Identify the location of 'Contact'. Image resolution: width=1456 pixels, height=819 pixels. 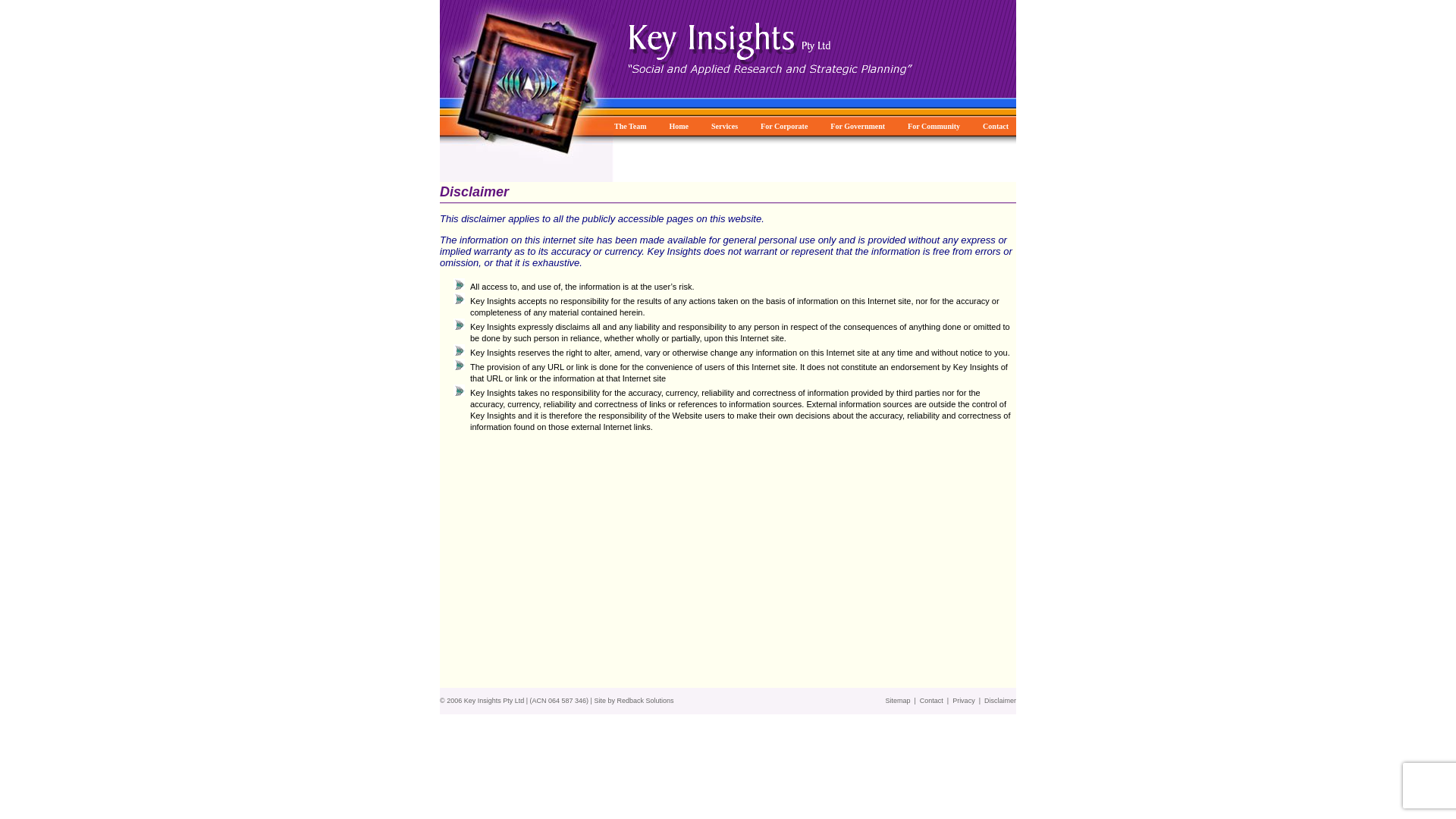
(919, 701).